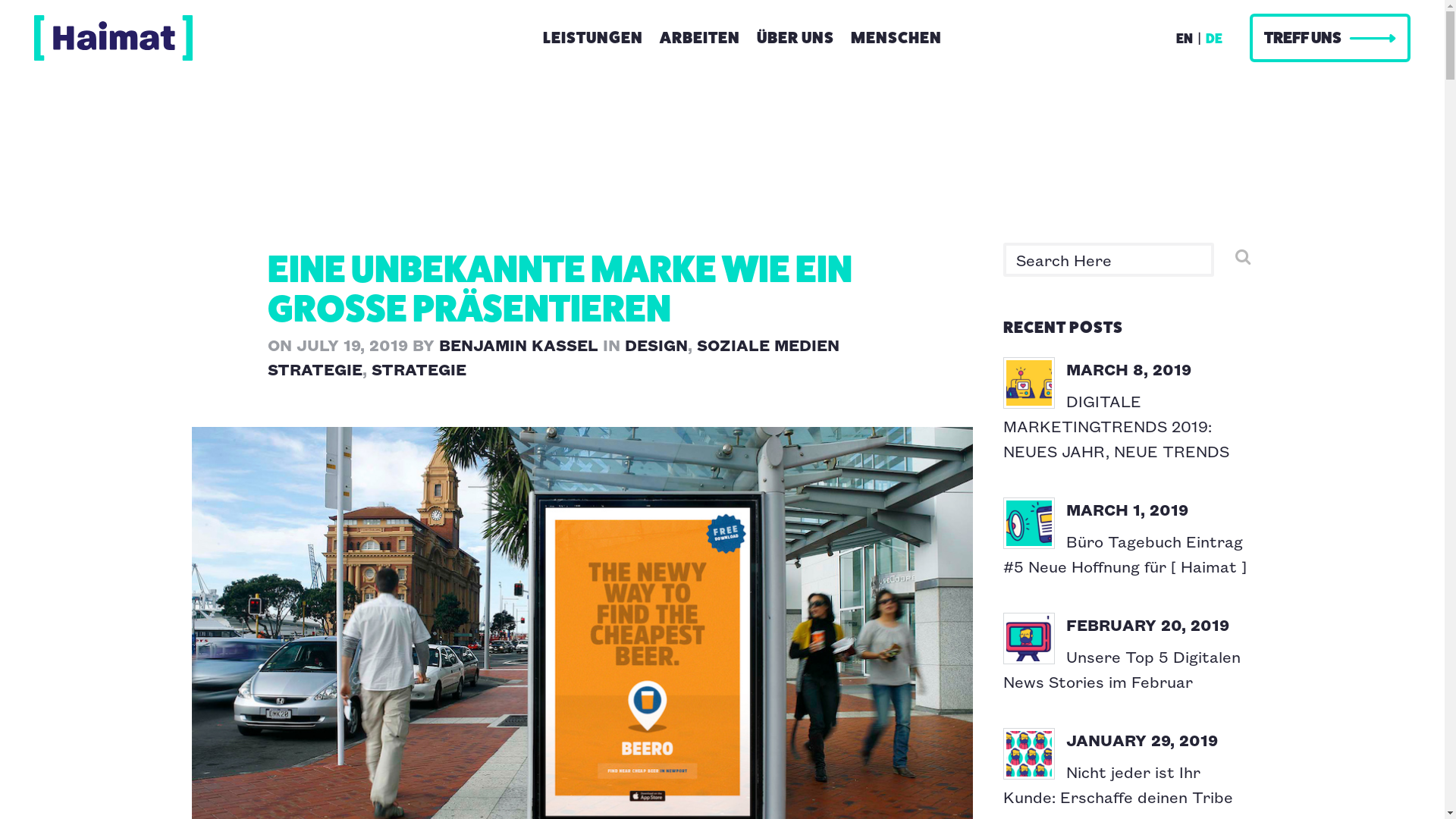  What do you see at coordinates (1115, 425) in the screenshot?
I see `'DIGITALE MARKETINGTRENDS 2019: NEUES JAHR, NEUE TRENDS'` at bounding box center [1115, 425].